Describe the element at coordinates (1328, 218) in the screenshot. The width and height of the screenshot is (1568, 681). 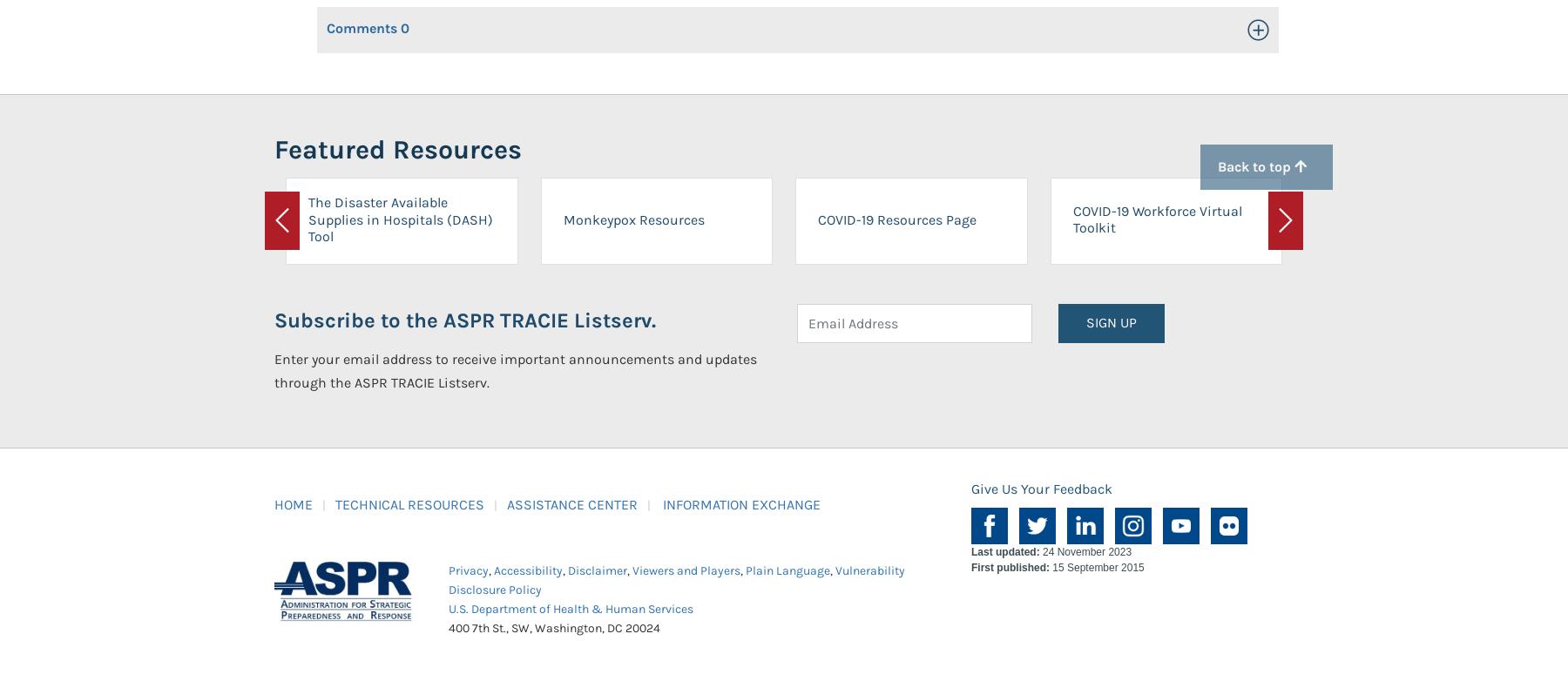
I see `'CDC's Coronavirus (COVID-19) Page'` at that location.